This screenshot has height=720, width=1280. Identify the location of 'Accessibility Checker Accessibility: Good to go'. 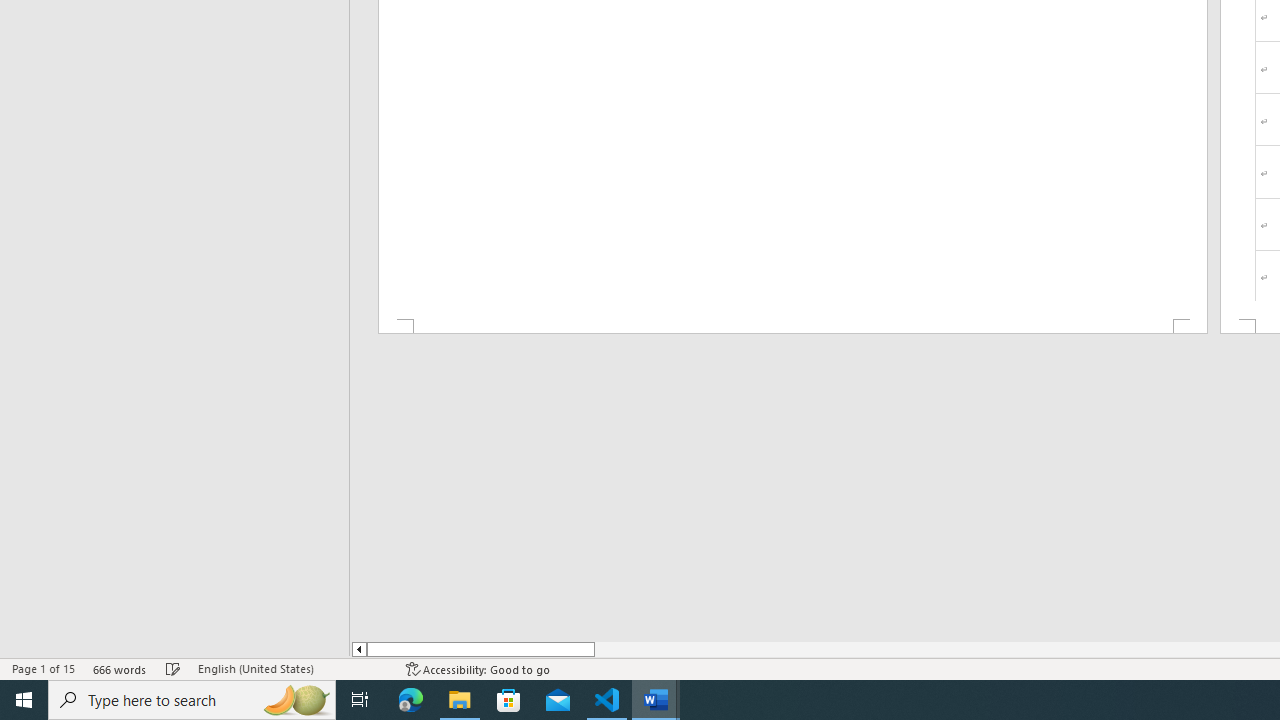
(477, 669).